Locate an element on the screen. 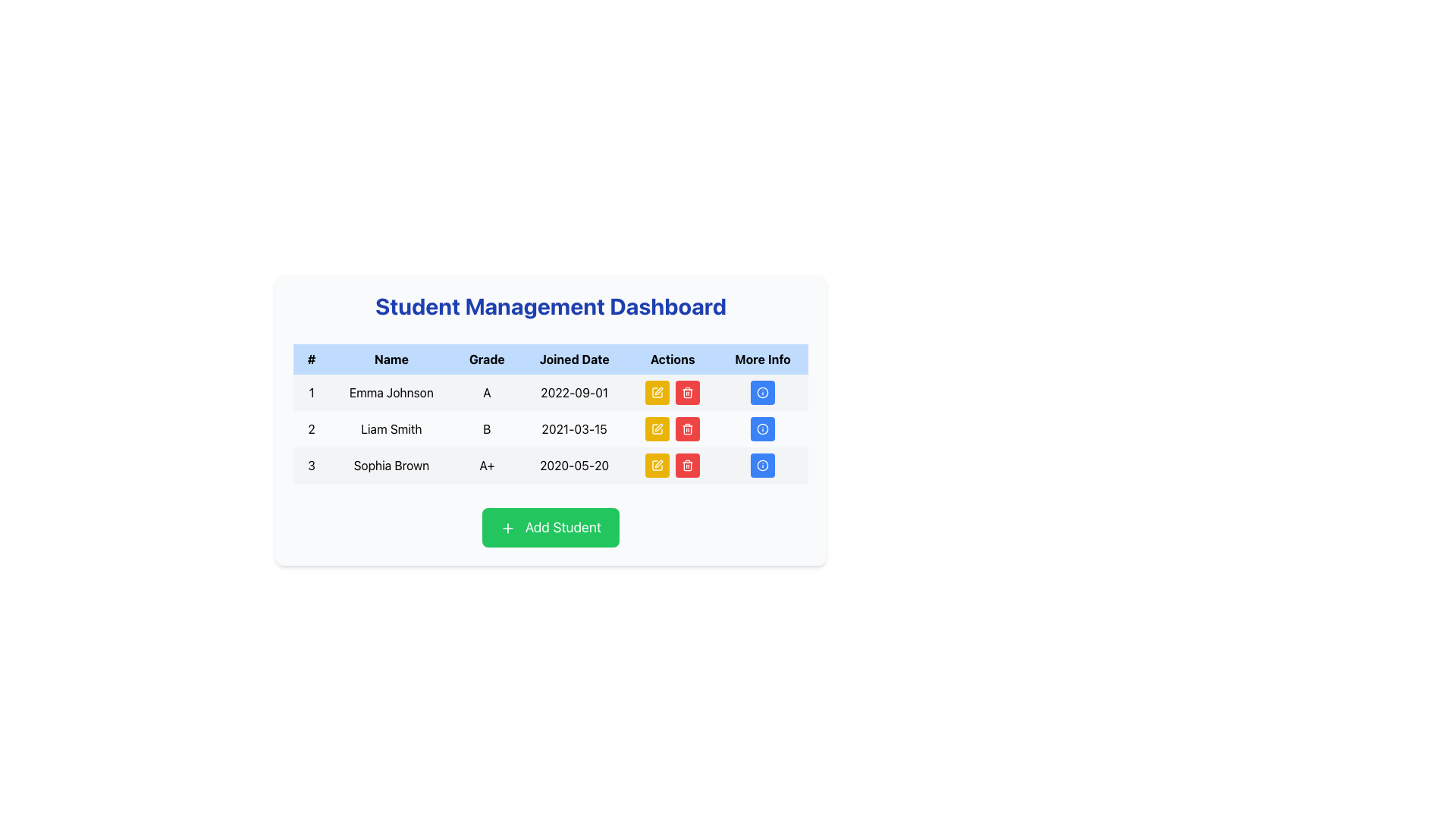  the text component displaying '2020-05-20' in the 'Joined Date' section of the table, located in the fourth column of the third row is located at coordinates (573, 464).